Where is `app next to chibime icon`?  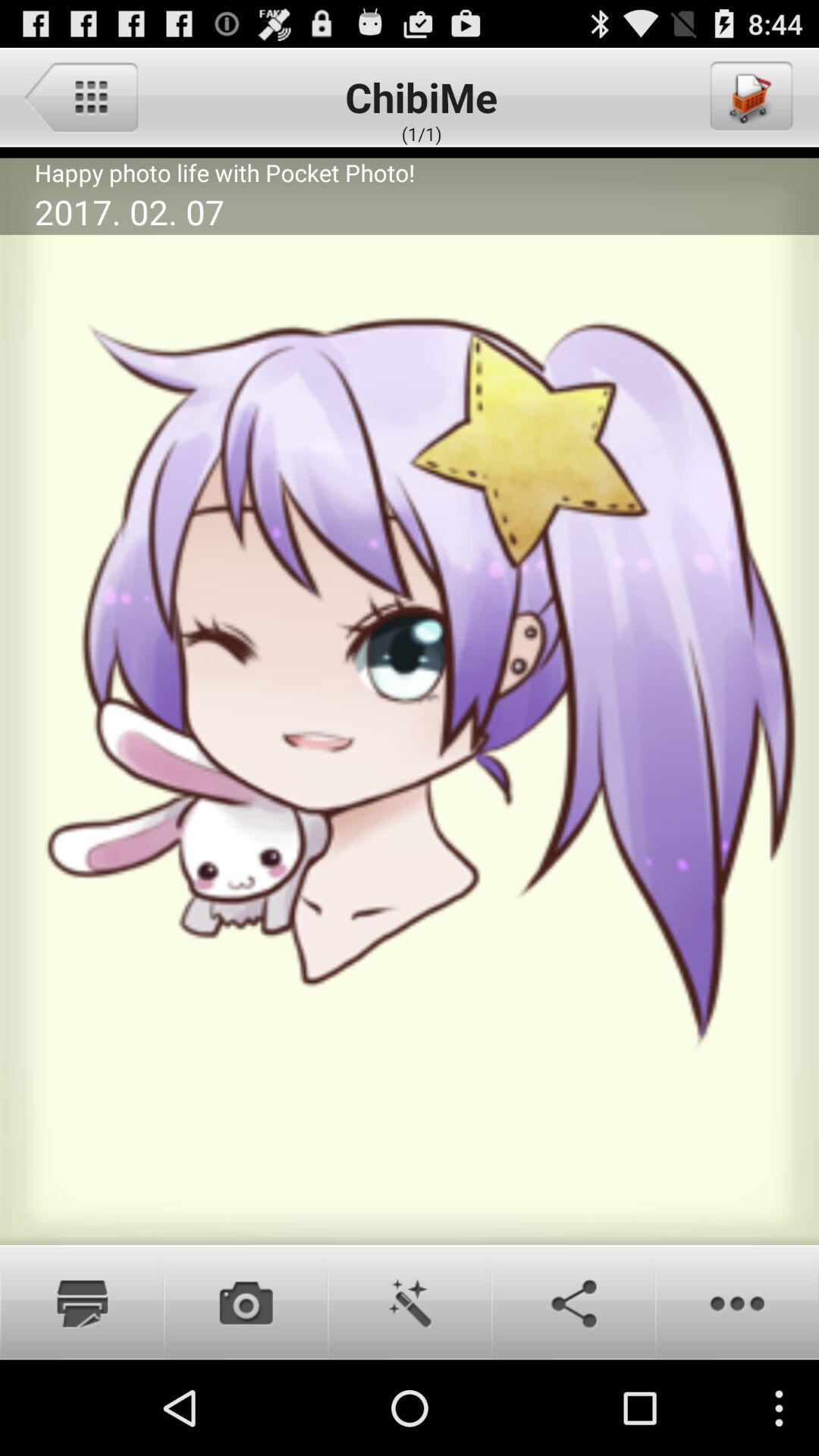 app next to chibime icon is located at coordinates (80, 96).